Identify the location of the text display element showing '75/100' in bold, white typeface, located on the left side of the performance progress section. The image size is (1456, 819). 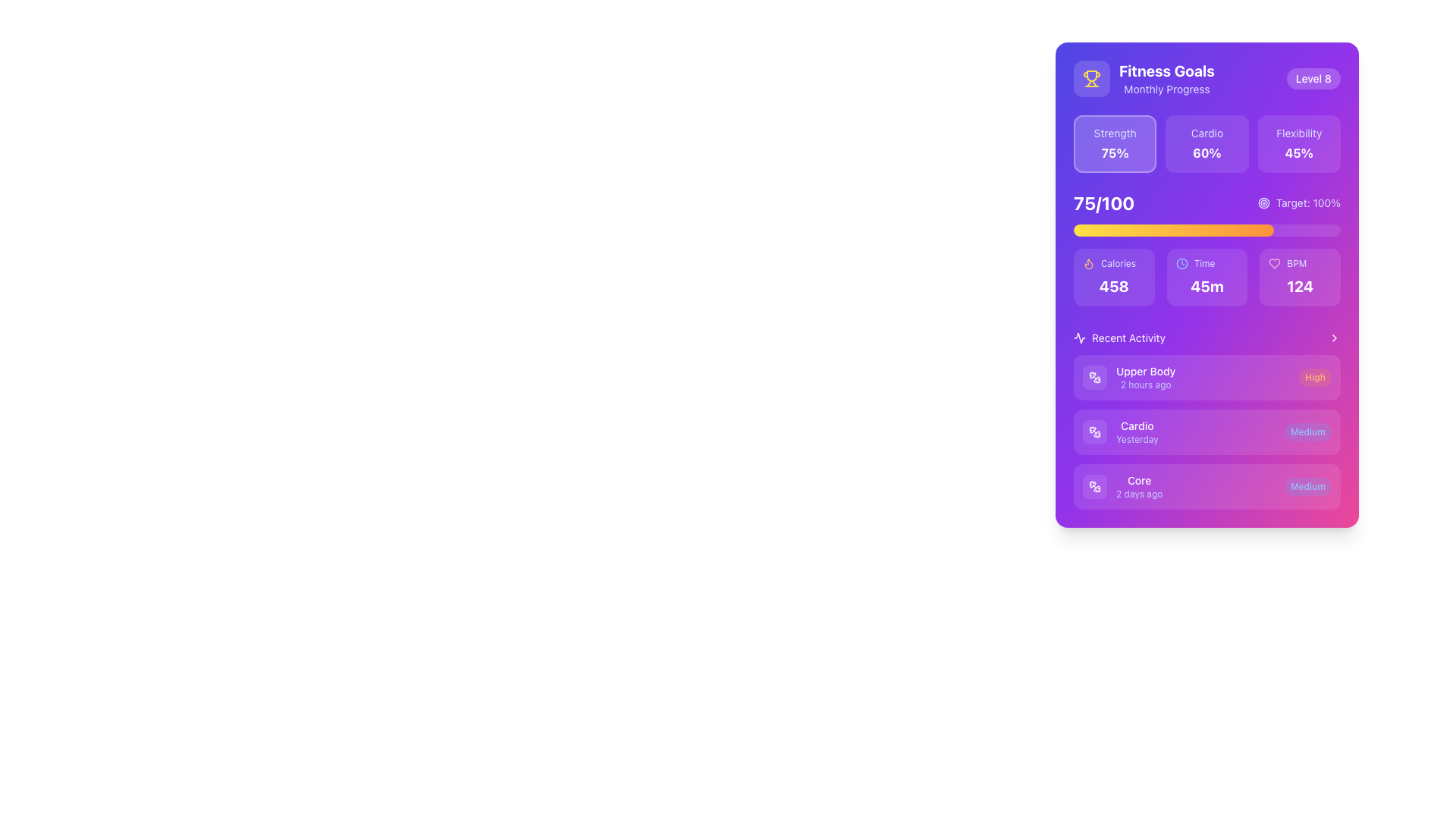
(1104, 202).